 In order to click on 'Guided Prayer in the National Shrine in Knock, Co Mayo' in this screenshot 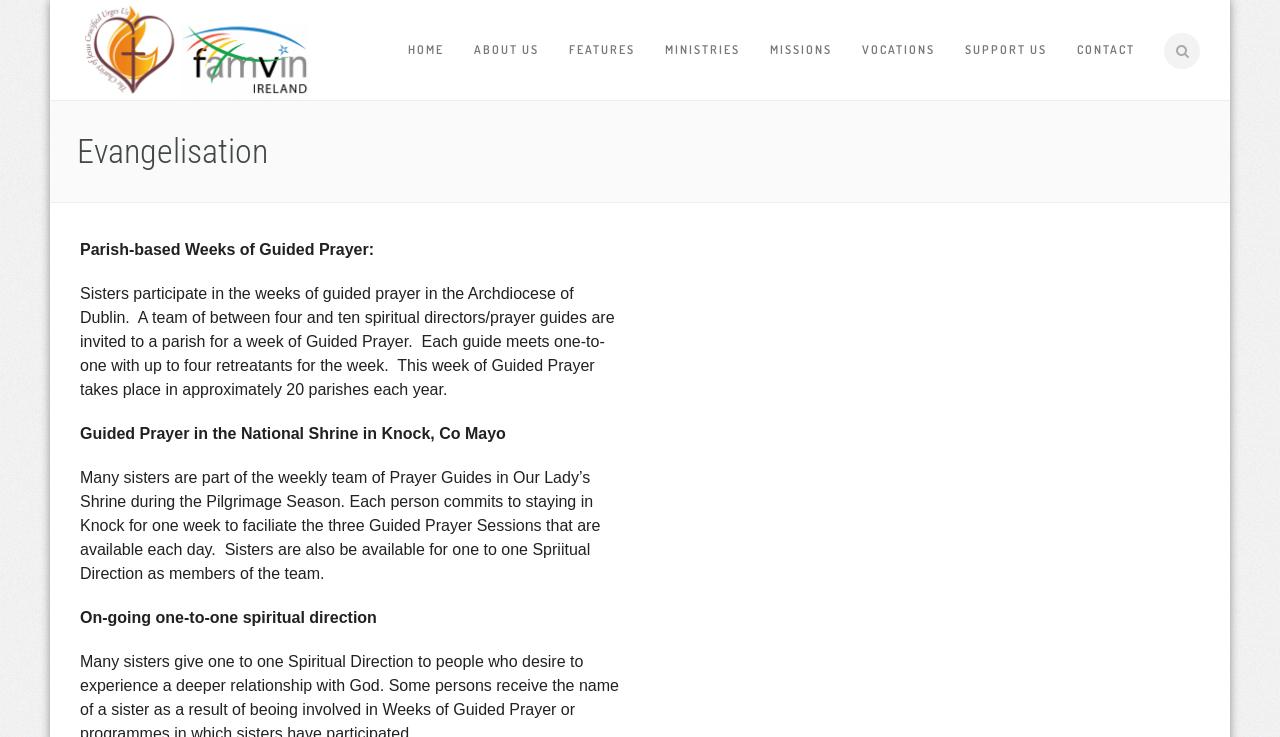, I will do `click(291, 432)`.